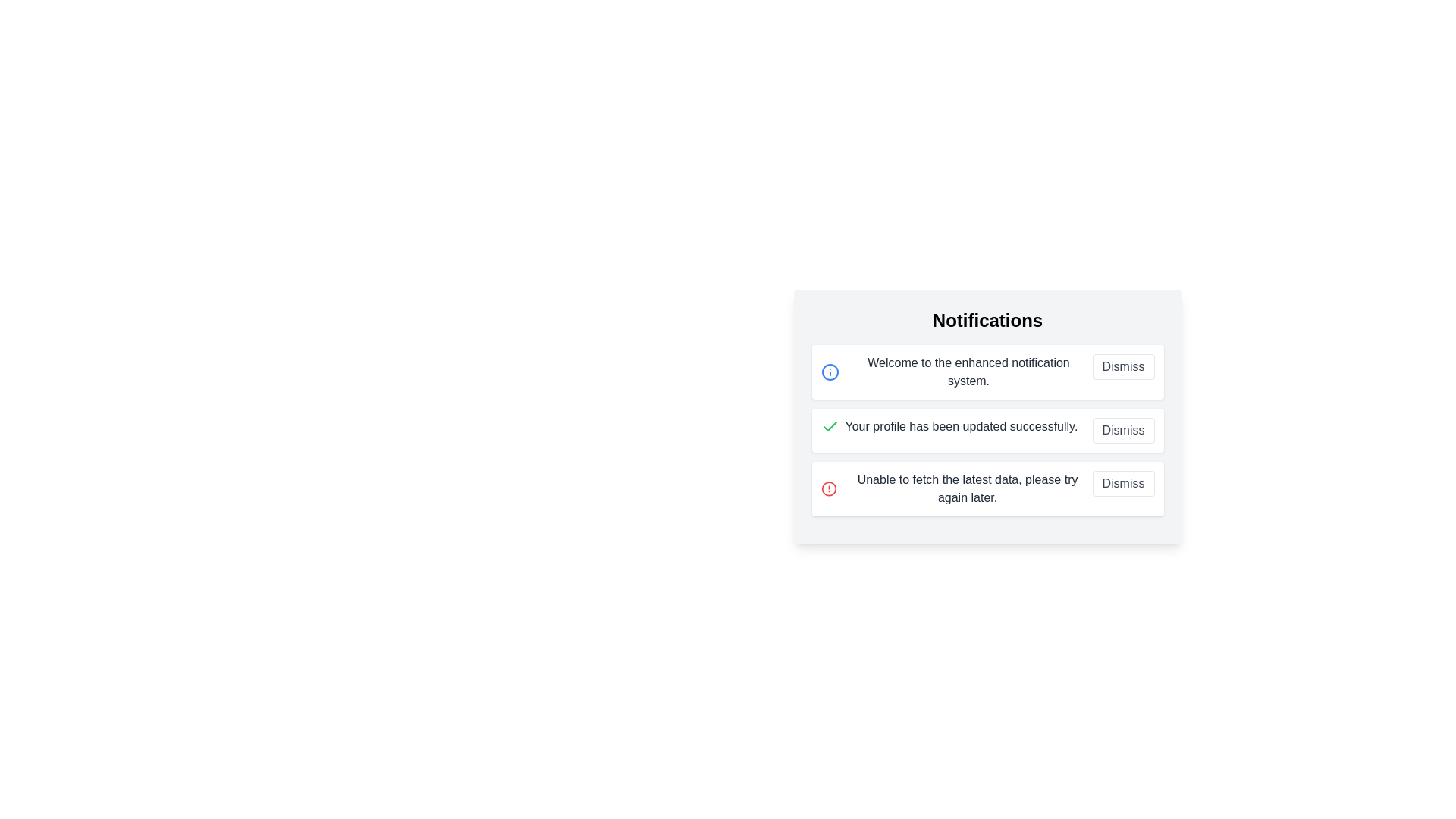 The height and width of the screenshot is (819, 1456). Describe the element at coordinates (968, 372) in the screenshot. I see `the static text located in the top notification row, which is situated to the right of the blue 'info' icon and left of the 'Dismiss' button` at that location.